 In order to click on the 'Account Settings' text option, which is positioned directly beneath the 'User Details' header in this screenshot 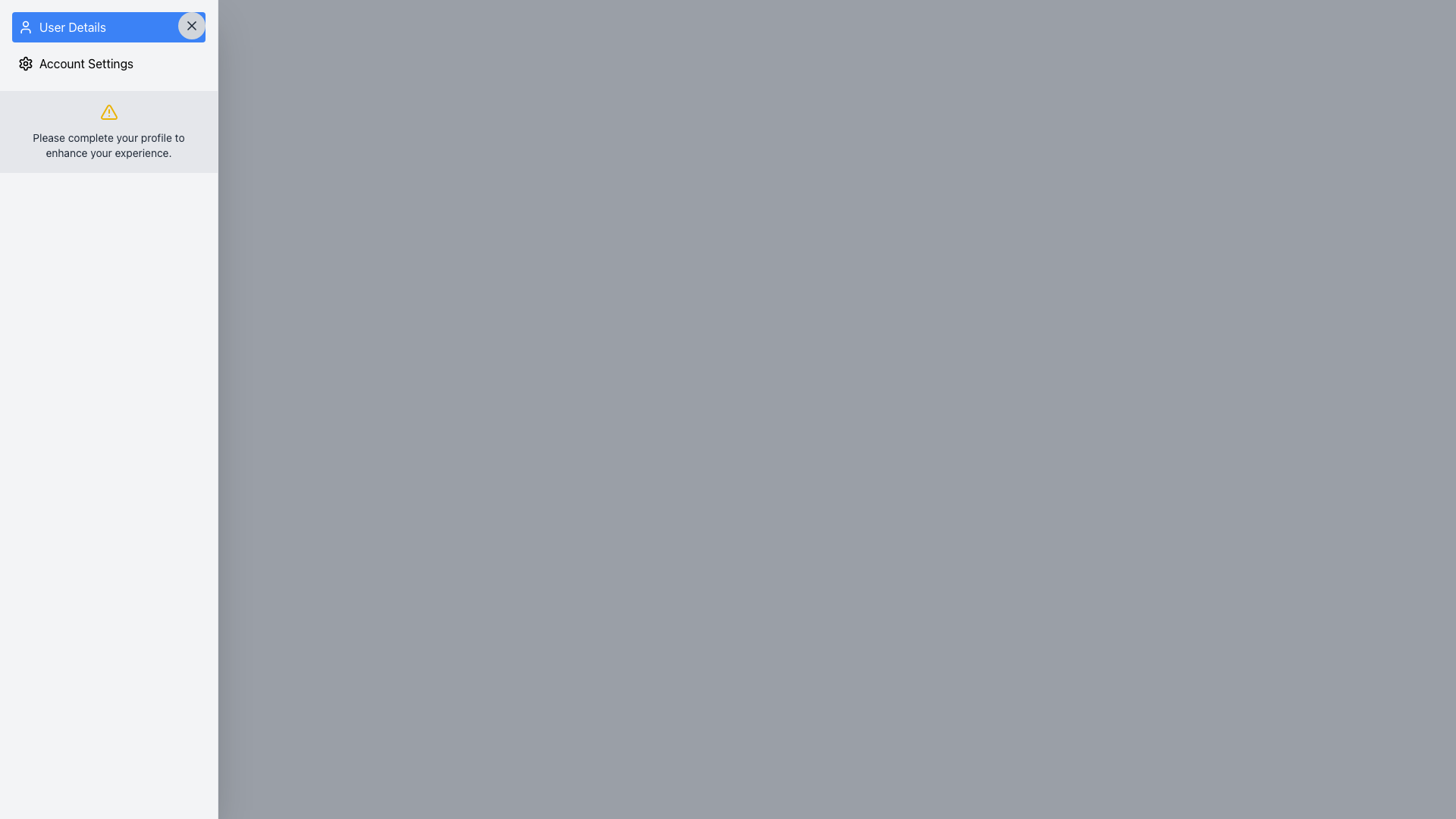, I will do `click(108, 63)`.